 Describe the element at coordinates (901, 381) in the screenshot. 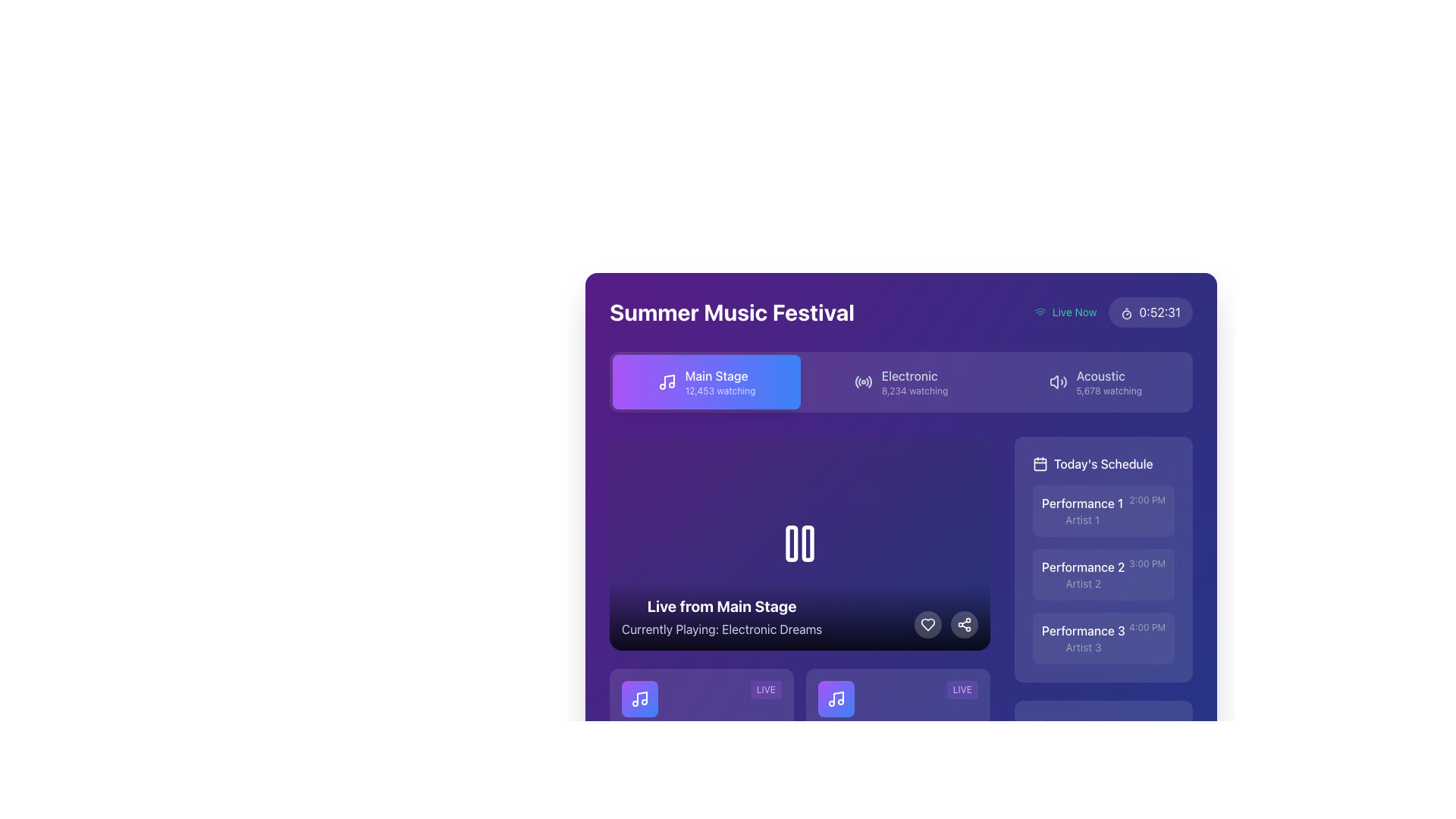

I see `the 'Electronic' category button-like selector positioned between 'Main Stage' and 'Acoustic' for navigation` at that location.